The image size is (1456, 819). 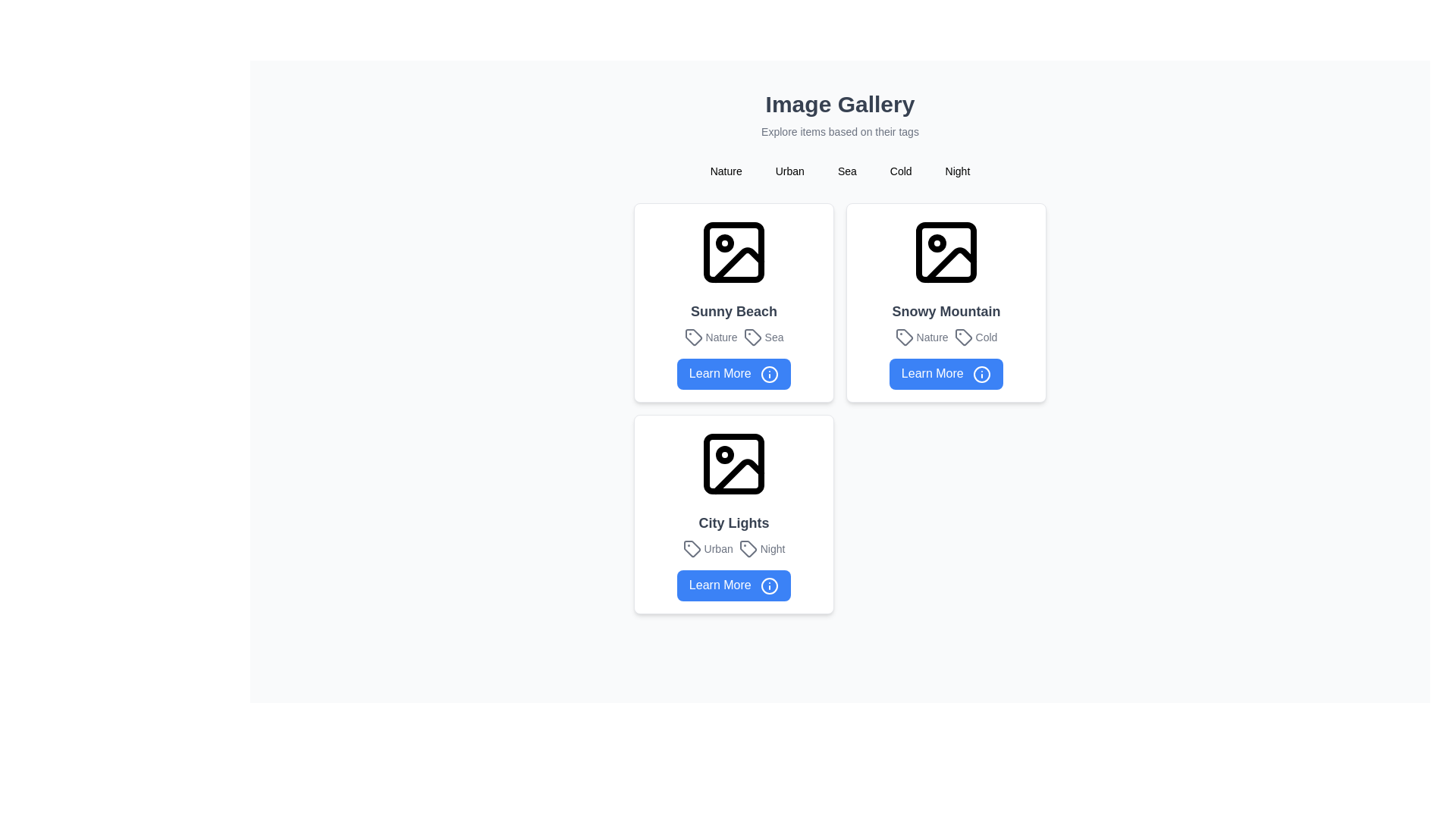 What do you see at coordinates (946, 251) in the screenshot?
I see `the decorative frame with a black border that serves as a placeholder icon in the 'Snowy Mountain' card's image gallery` at bounding box center [946, 251].